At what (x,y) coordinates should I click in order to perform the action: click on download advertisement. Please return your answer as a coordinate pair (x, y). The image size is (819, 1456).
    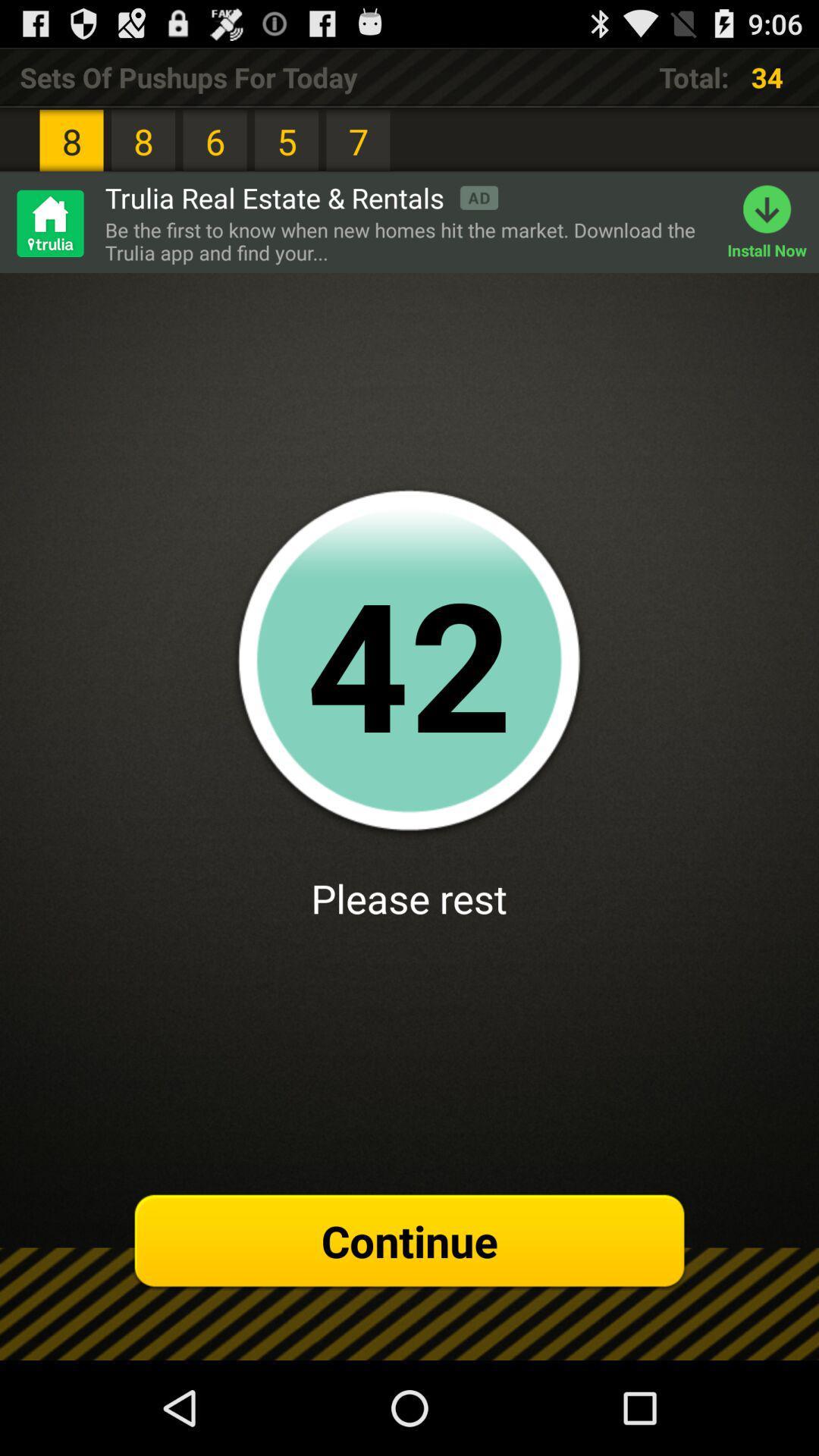
    Looking at the image, I should click on (49, 222).